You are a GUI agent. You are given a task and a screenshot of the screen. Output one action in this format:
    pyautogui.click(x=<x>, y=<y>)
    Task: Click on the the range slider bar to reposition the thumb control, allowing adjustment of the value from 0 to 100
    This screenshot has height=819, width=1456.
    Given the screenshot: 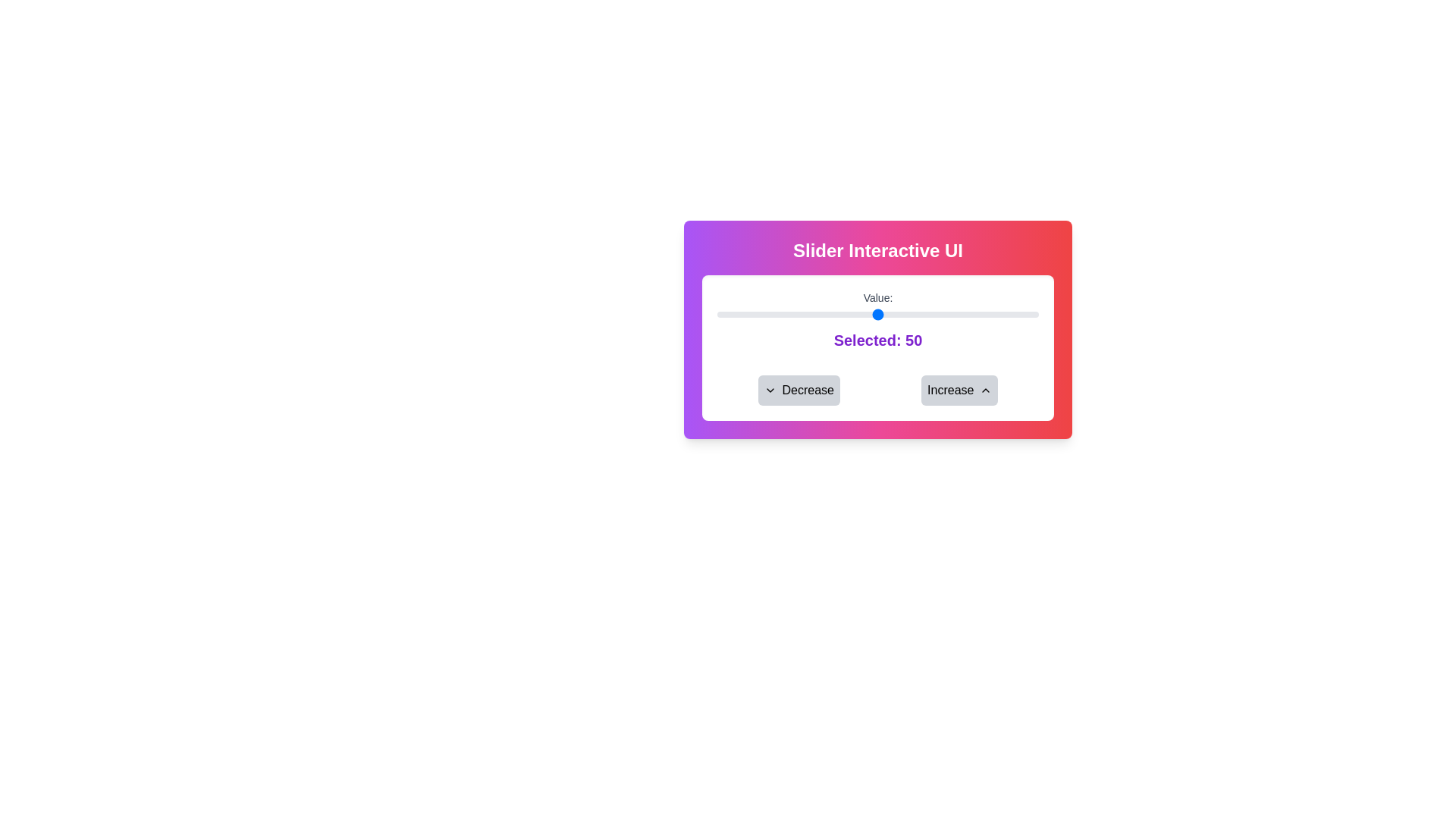 What is the action you would take?
    pyautogui.click(x=877, y=314)
    